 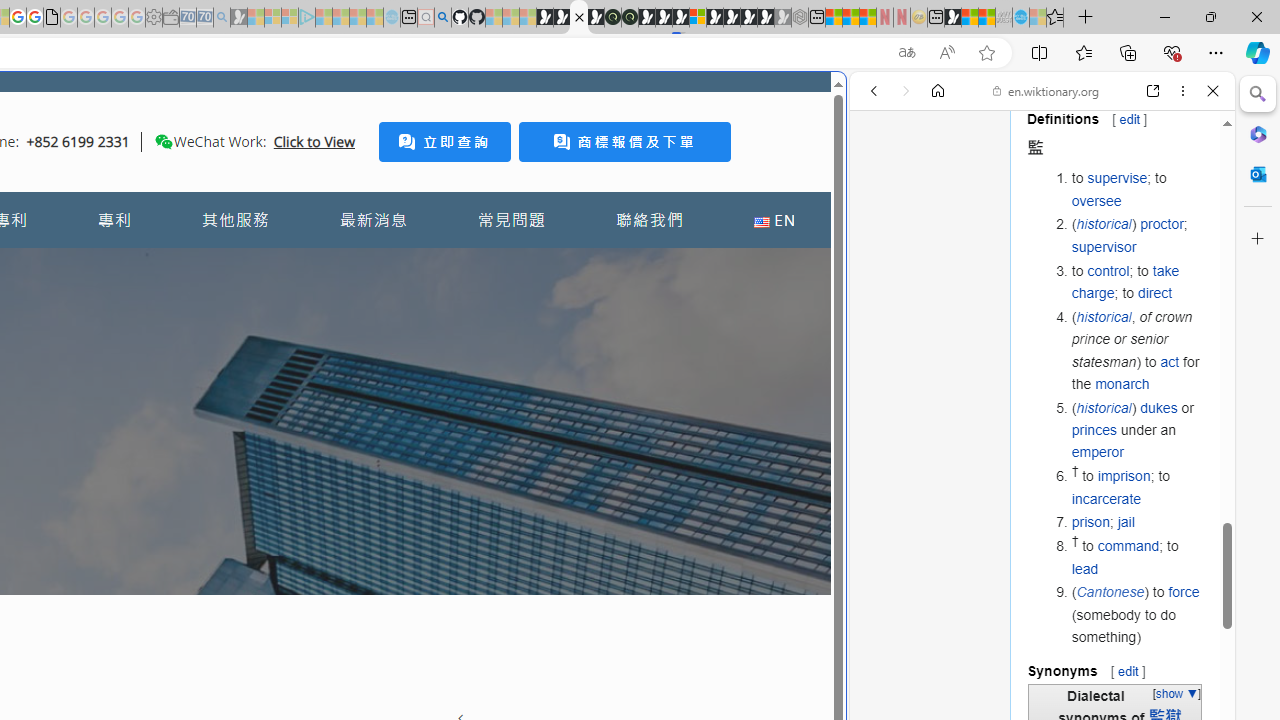 What do you see at coordinates (222, 17) in the screenshot?
I see `'Bing Real Estate - Home sales and rental listings - Sleeping'` at bounding box center [222, 17].